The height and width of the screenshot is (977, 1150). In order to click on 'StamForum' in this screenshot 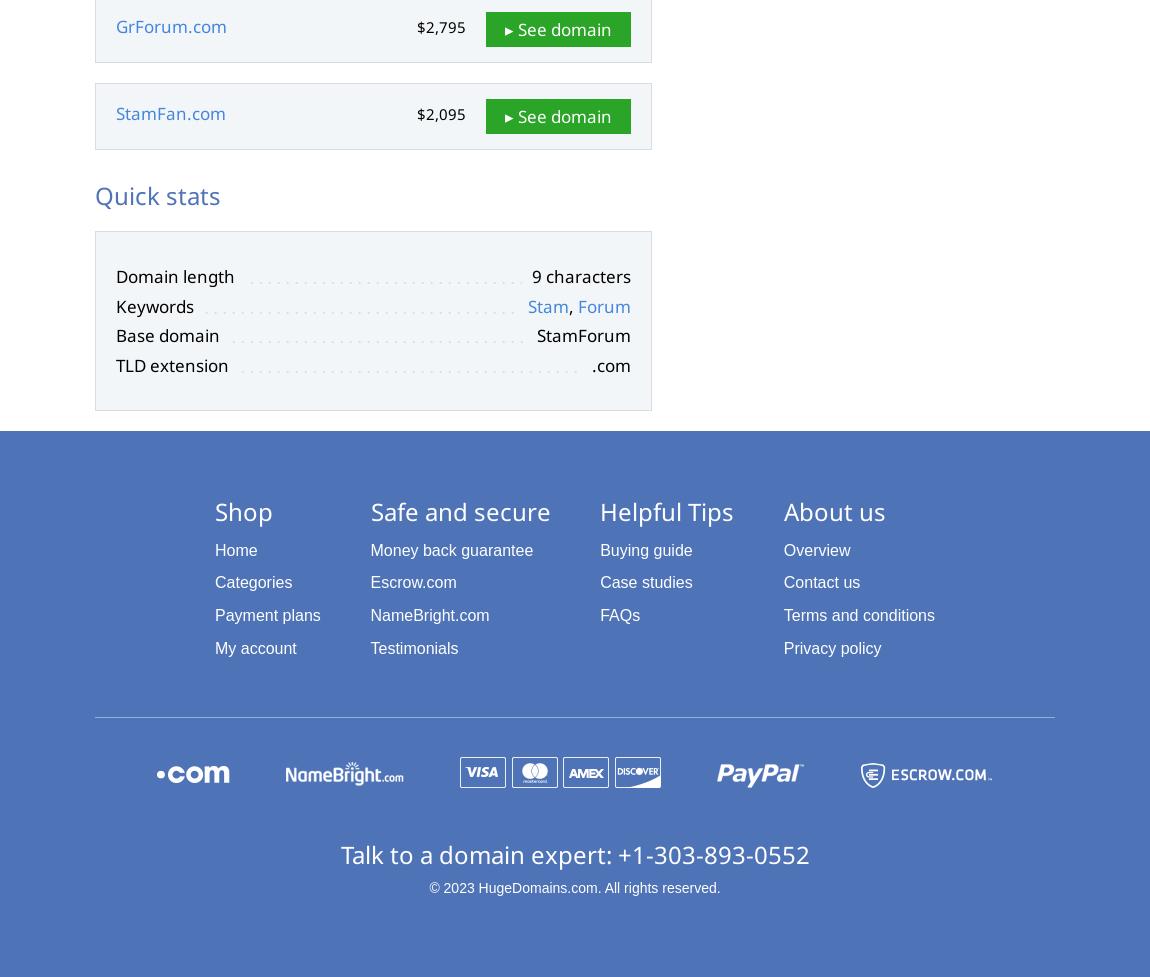, I will do `click(537, 335)`.